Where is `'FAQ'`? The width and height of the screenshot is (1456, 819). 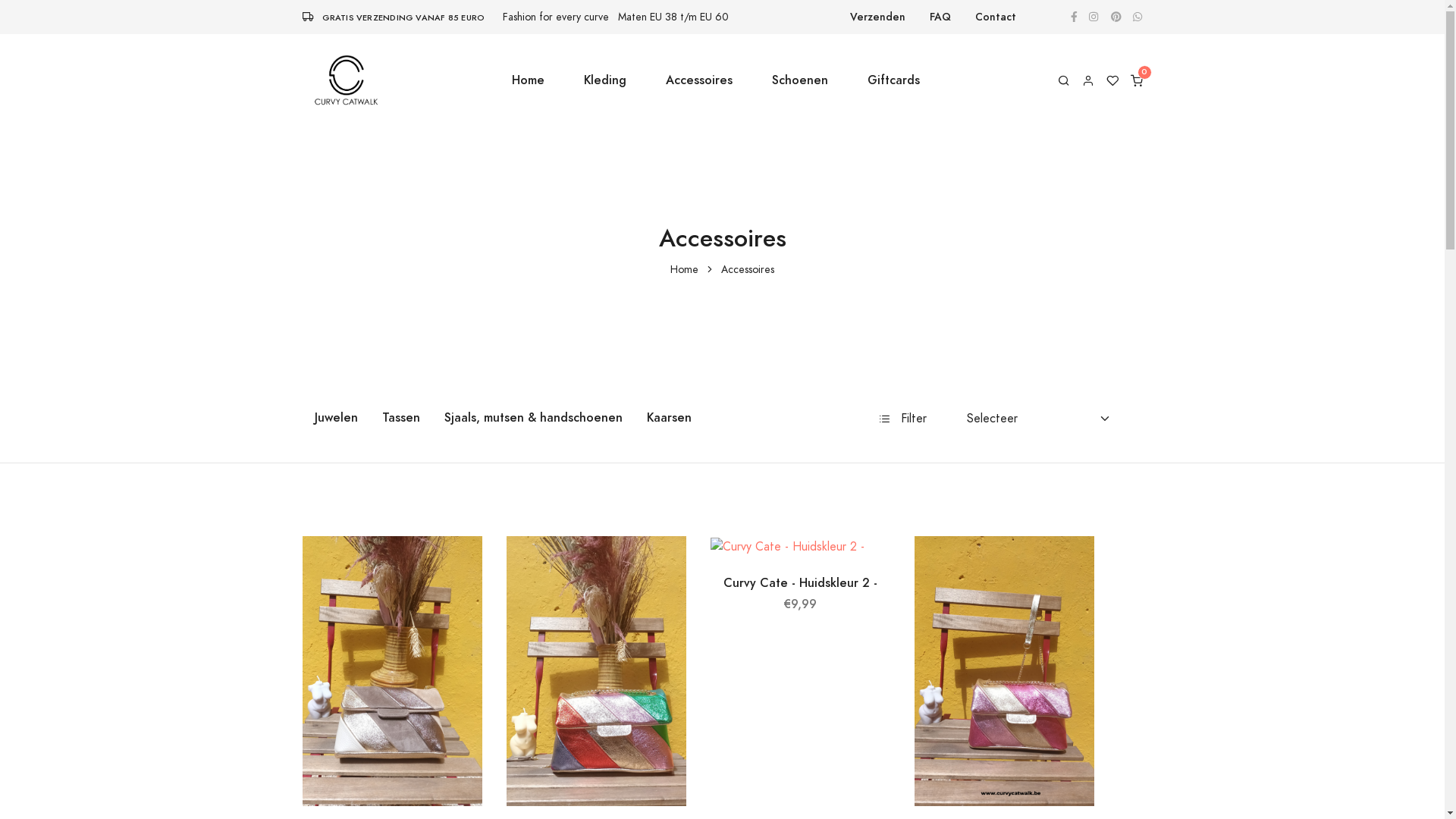
'FAQ' is located at coordinates (939, 17).